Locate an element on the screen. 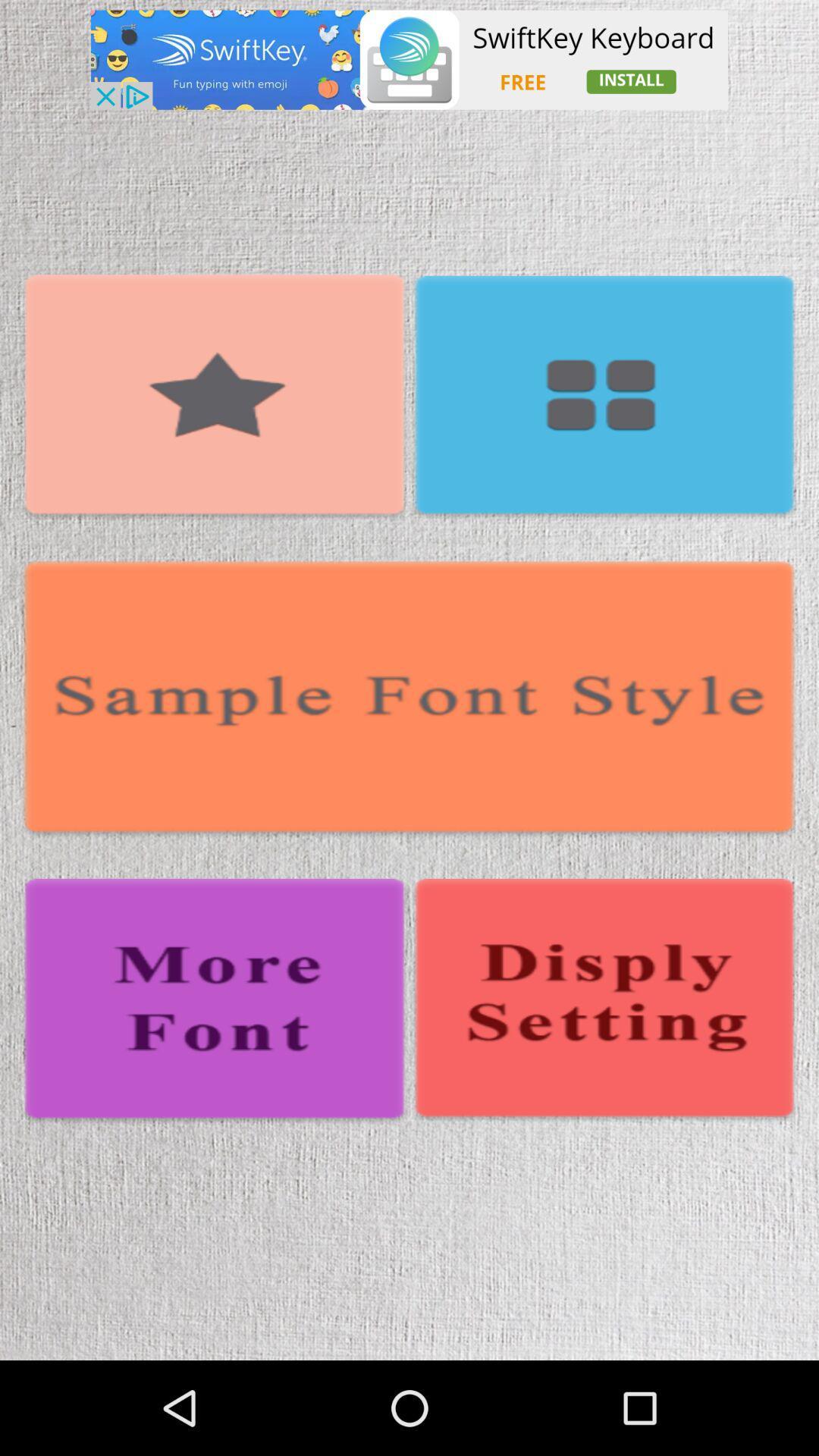 This screenshot has height=1456, width=819. see more fonts is located at coordinates (215, 1002).